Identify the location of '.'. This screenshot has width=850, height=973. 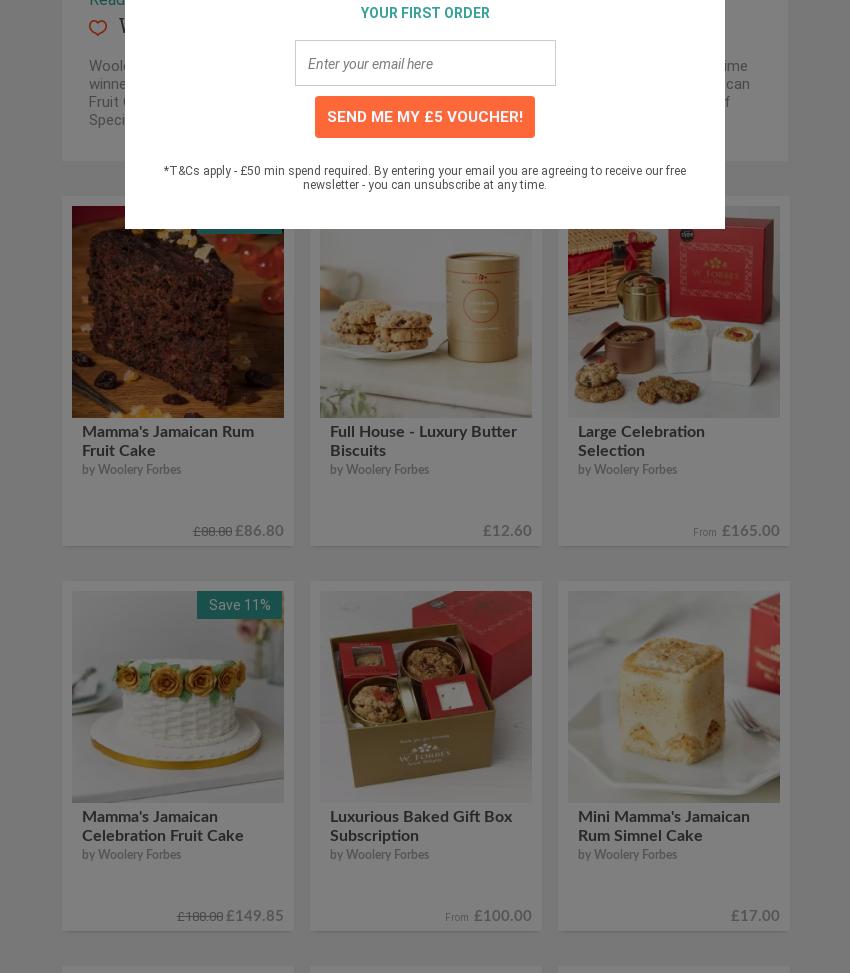
(604, 77).